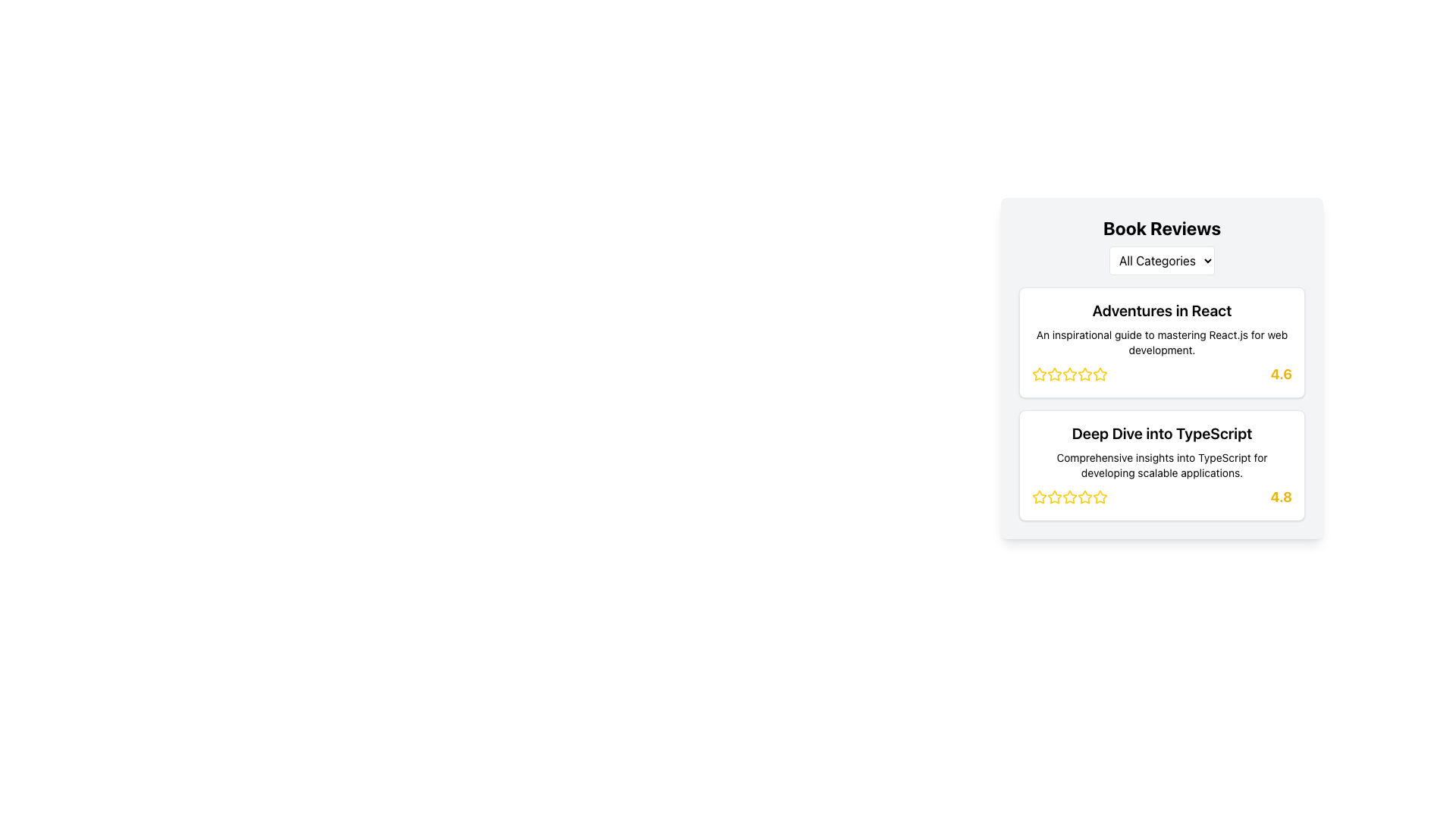 This screenshot has height=819, width=1456. What do you see at coordinates (1161, 259) in the screenshot?
I see `the dropdown menu labeled 'All Categories' located below the 'Book Reviews' header` at bounding box center [1161, 259].